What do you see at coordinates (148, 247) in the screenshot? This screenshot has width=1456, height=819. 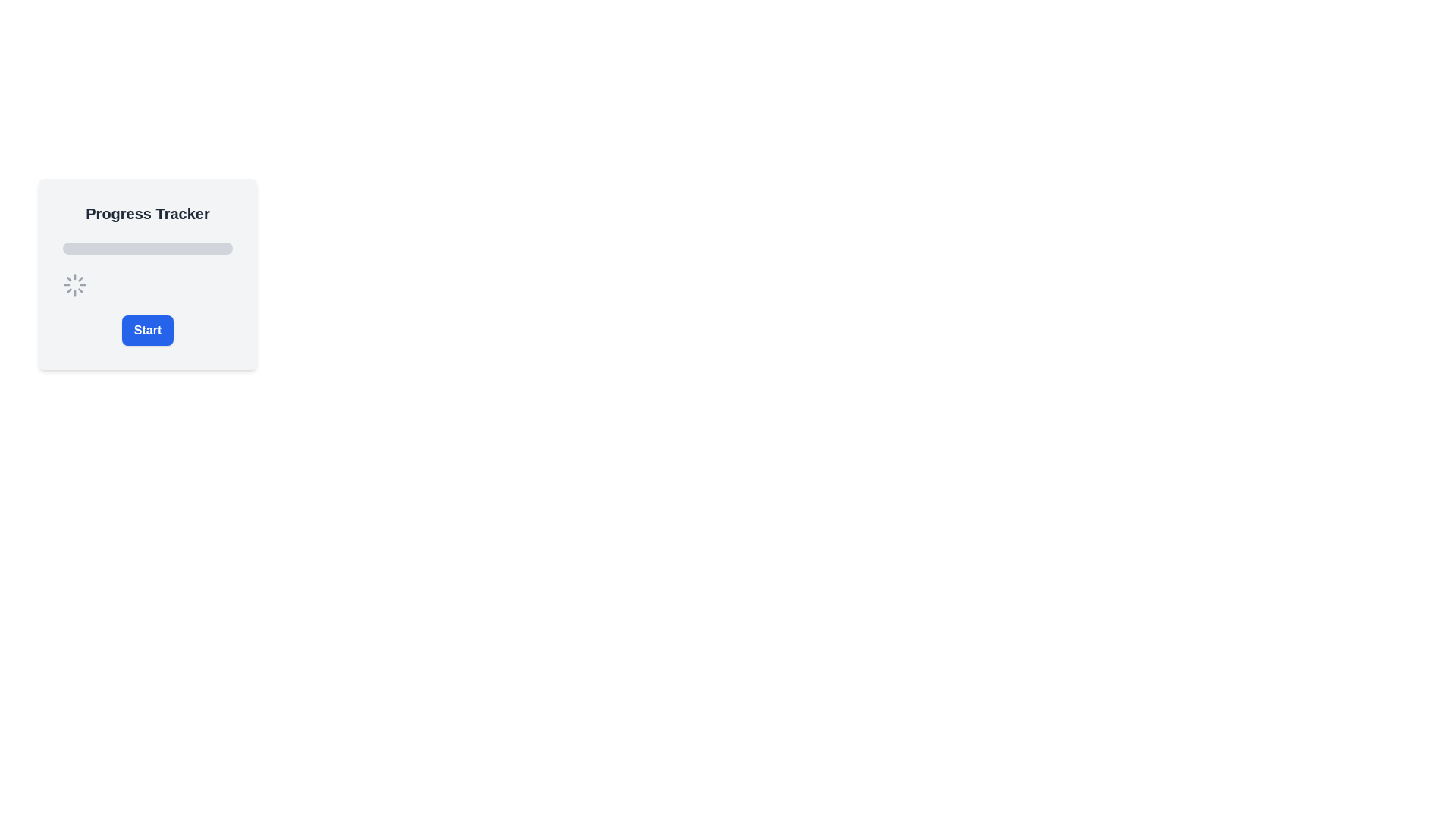 I see `the progress bar located within the 'Progress Tracker' card, which visually represents the progress of a task` at bounding box center [148, 247].